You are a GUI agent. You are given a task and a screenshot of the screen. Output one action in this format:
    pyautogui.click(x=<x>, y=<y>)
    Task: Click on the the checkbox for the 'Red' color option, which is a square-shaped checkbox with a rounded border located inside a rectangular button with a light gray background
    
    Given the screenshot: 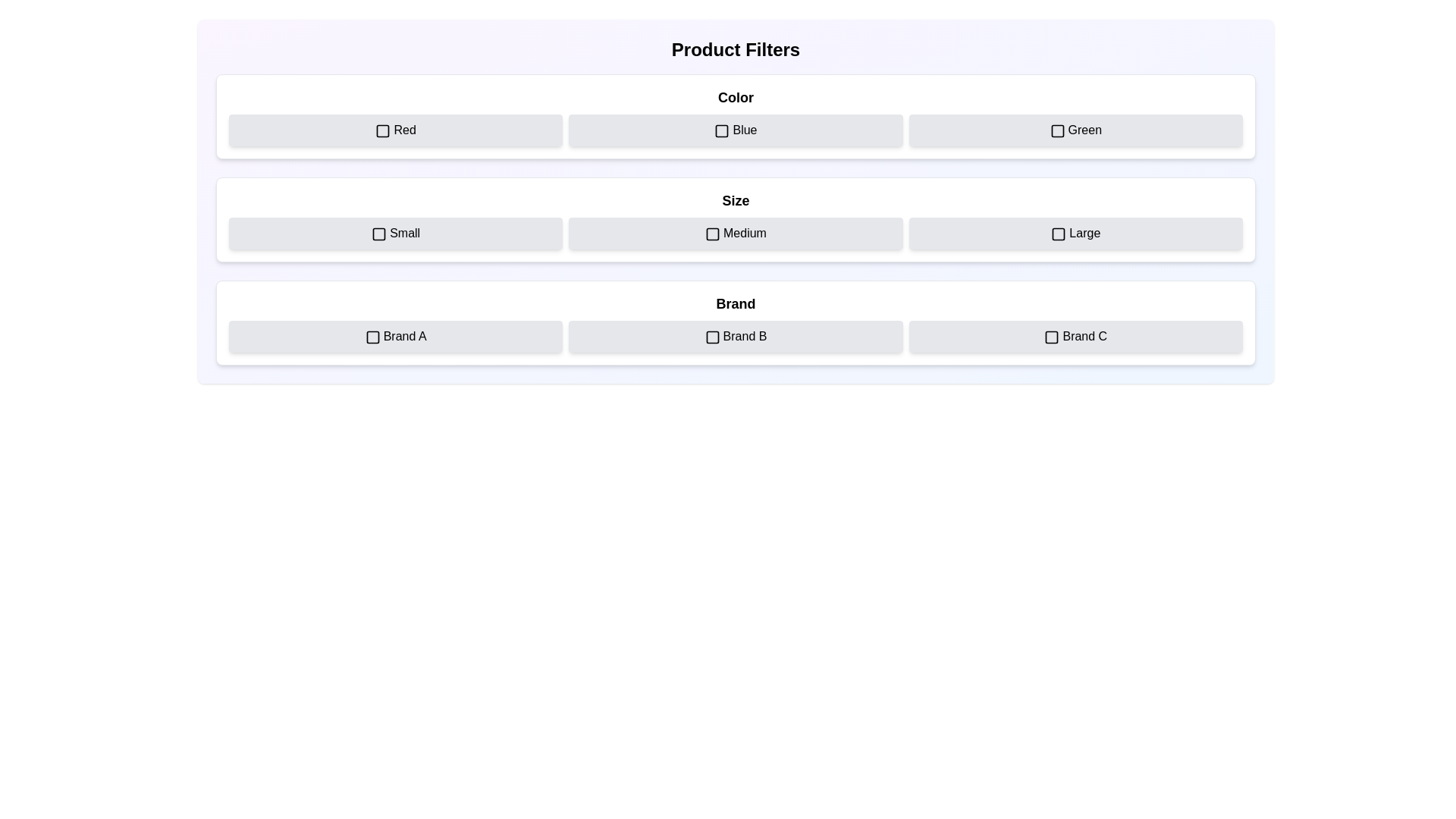 What is the action you would take?
    pyautogui.click(x=383, y=130)
    